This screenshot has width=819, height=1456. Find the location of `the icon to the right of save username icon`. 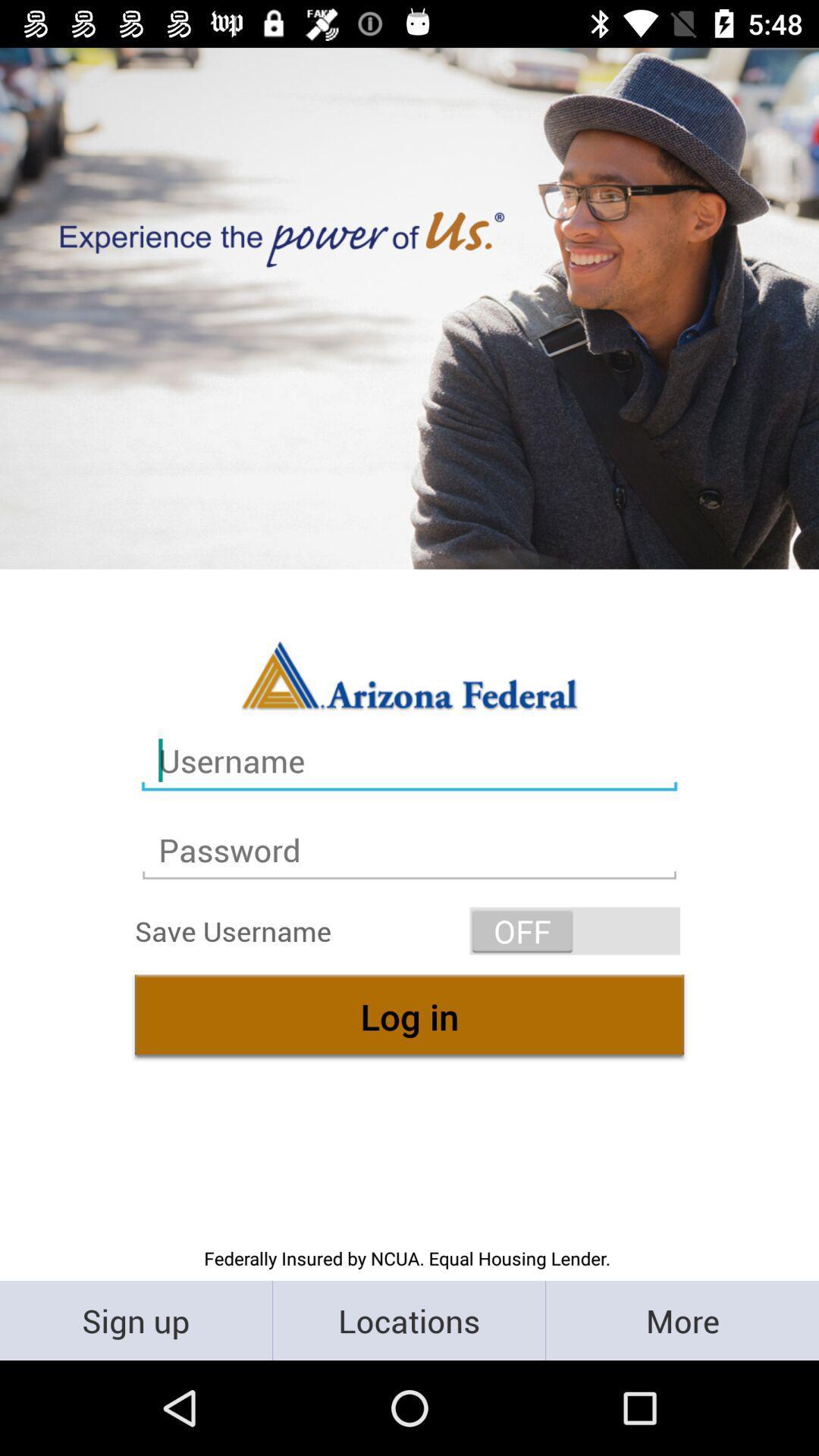

the icon to the right of save username icon is located at coordinates (575, 930).